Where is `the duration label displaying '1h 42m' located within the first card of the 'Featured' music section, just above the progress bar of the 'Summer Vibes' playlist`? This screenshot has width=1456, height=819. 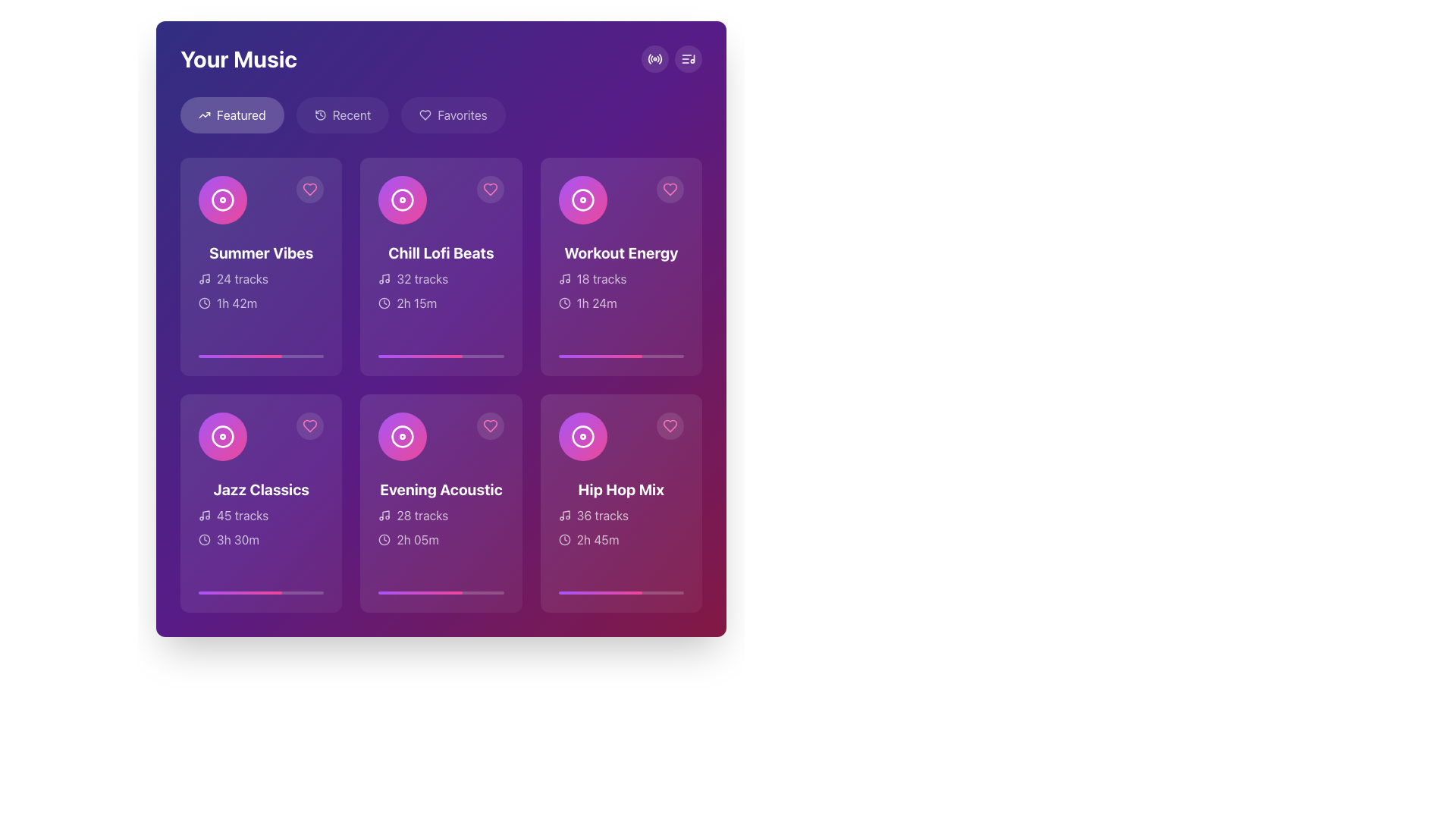 the duration label displaying '1h 42m' located within the first card of the 'Featured' music section, just above the progress bar of the 'Summer Vibes' playlist is located at coordinates (236, 303).